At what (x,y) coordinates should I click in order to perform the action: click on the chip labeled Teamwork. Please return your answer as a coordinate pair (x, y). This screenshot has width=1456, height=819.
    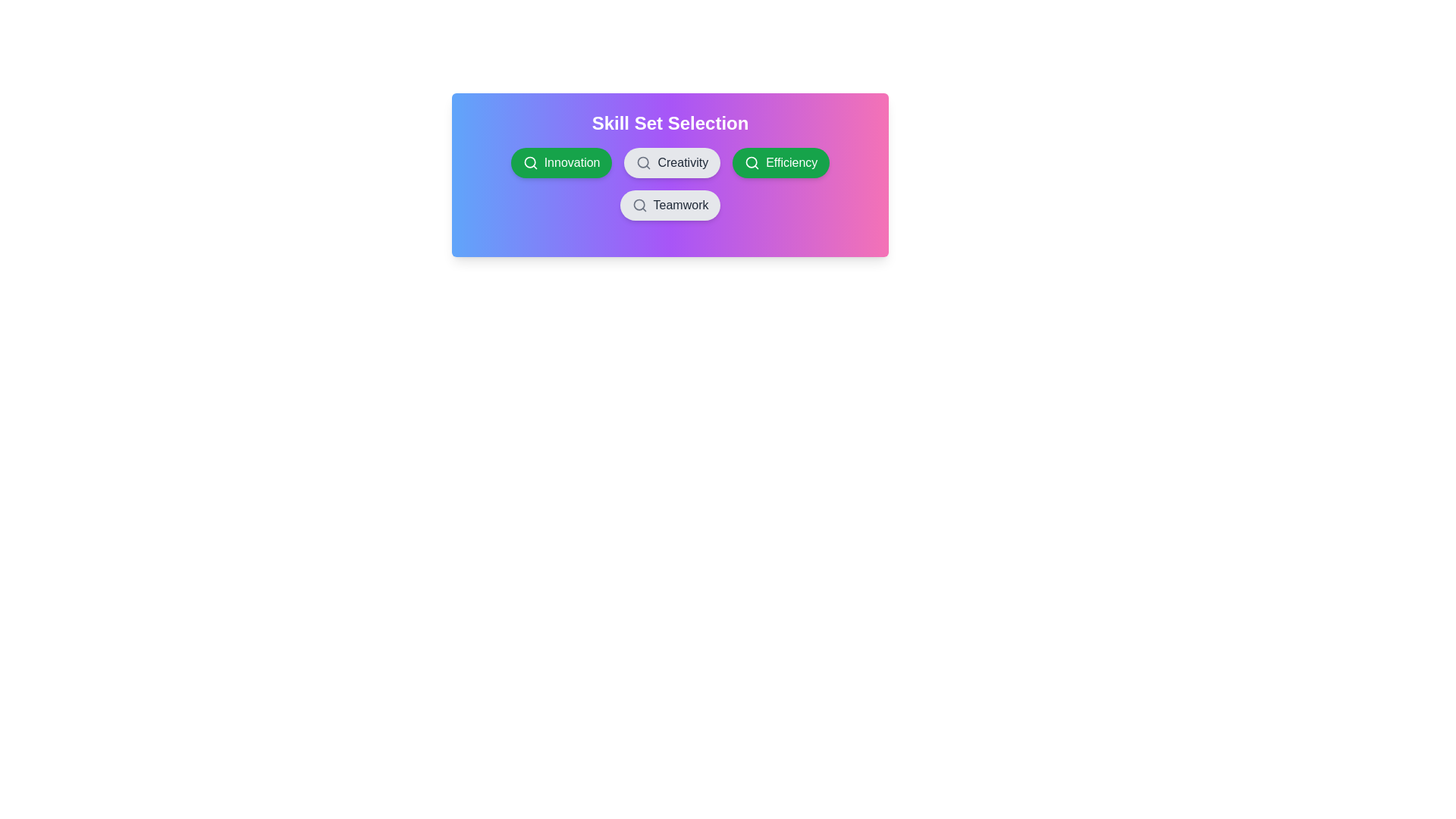
    Looking at the image, I should click on (669, 205).